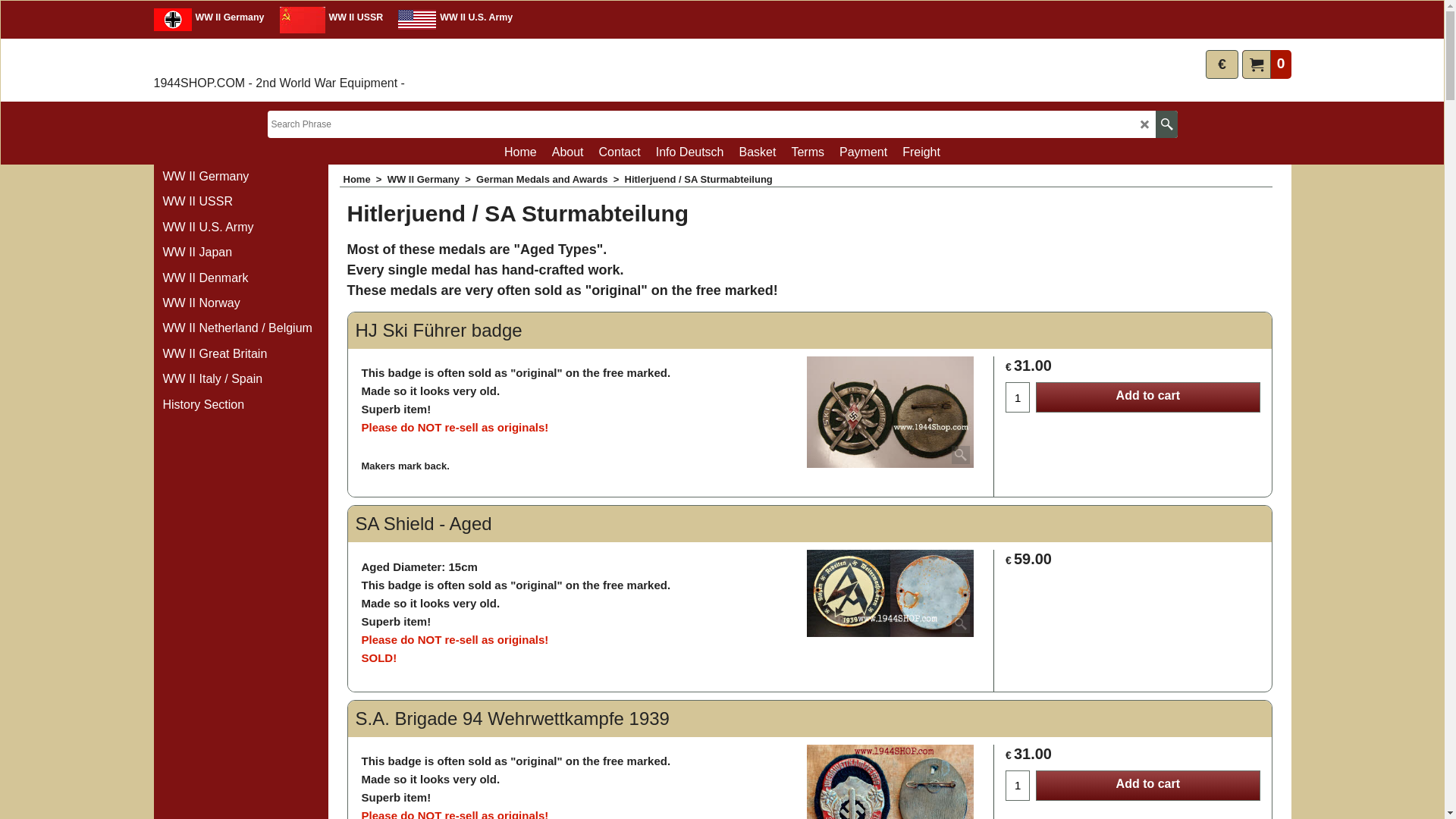 This screenshot has height=819, width=1456. I want to click on 'Freight', so click(920, 152).